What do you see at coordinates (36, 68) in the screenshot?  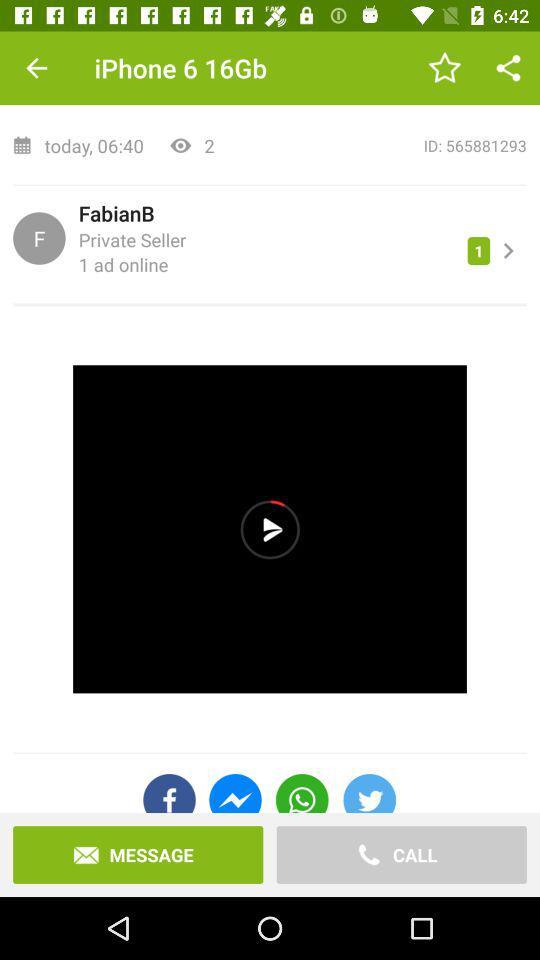 I see `item above the today, 06:40` at bounding box center [36, 68].